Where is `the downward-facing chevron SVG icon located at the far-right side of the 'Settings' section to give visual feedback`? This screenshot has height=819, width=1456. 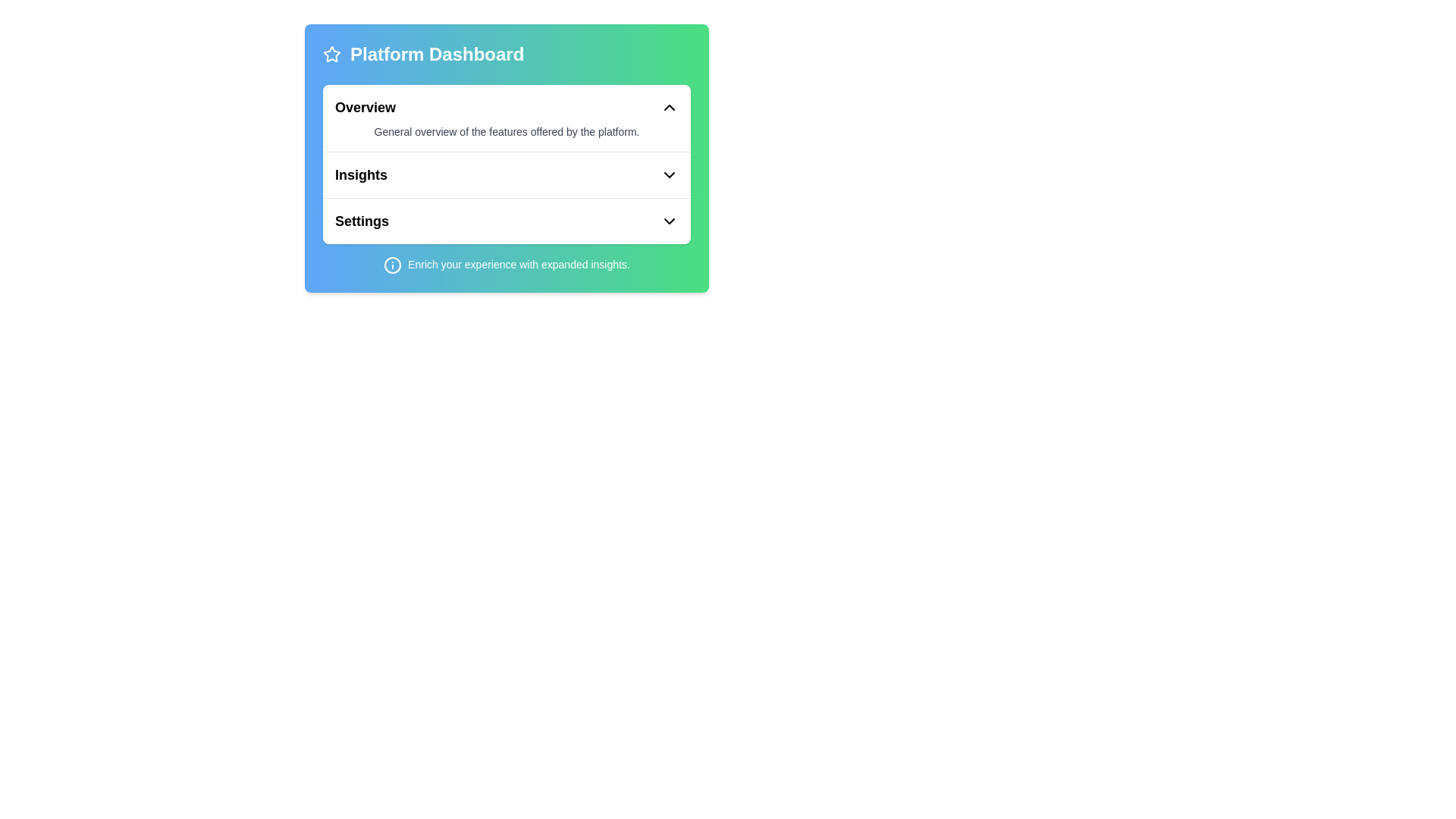 the downward-facing chevron SVG icon located at the far-right side of the 'Settings' section to give visual feedback is located at coordinates (669, 221).